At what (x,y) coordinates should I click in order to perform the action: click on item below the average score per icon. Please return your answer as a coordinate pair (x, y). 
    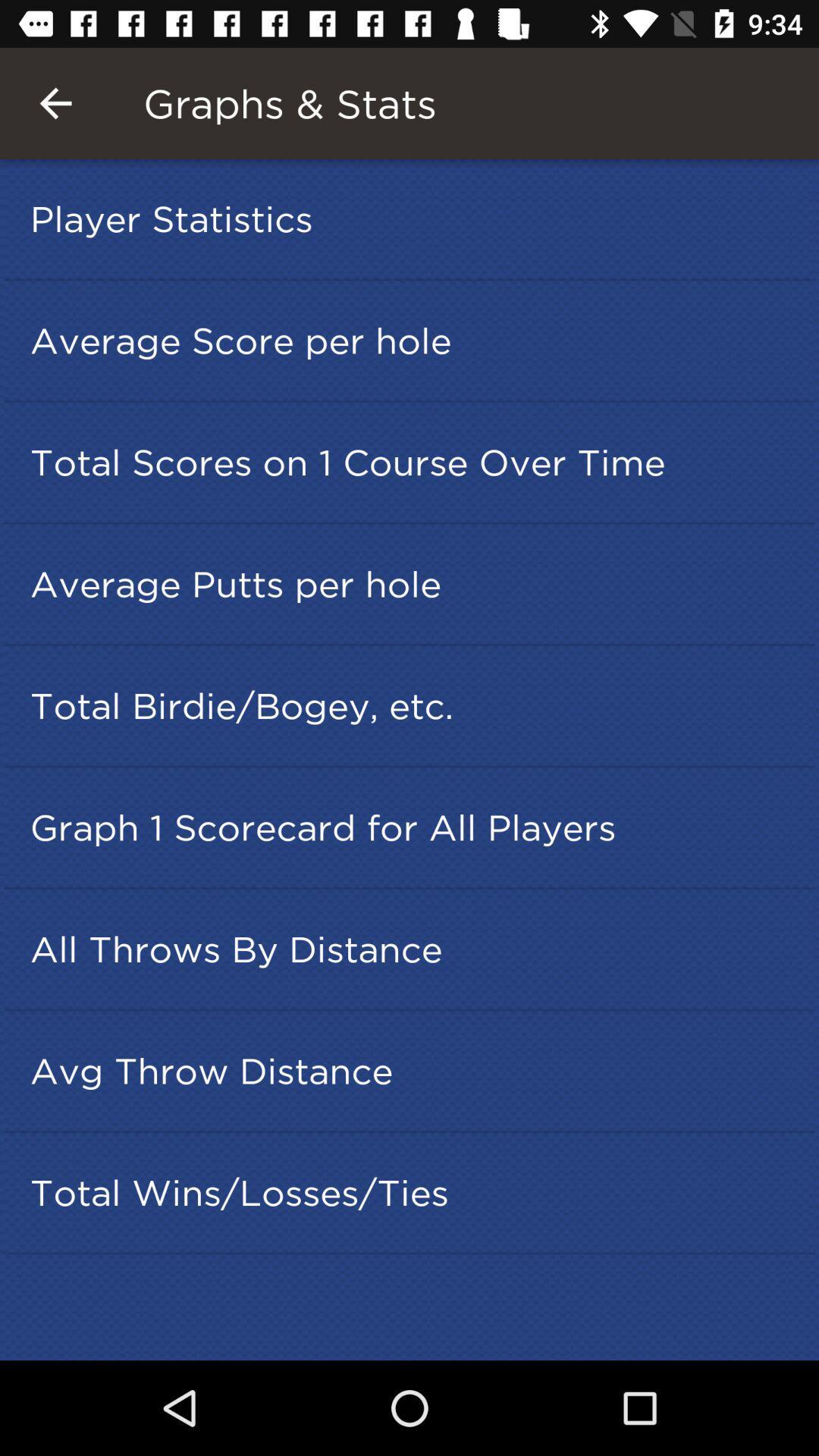
    Looking at the image, I should click on (414, 461).